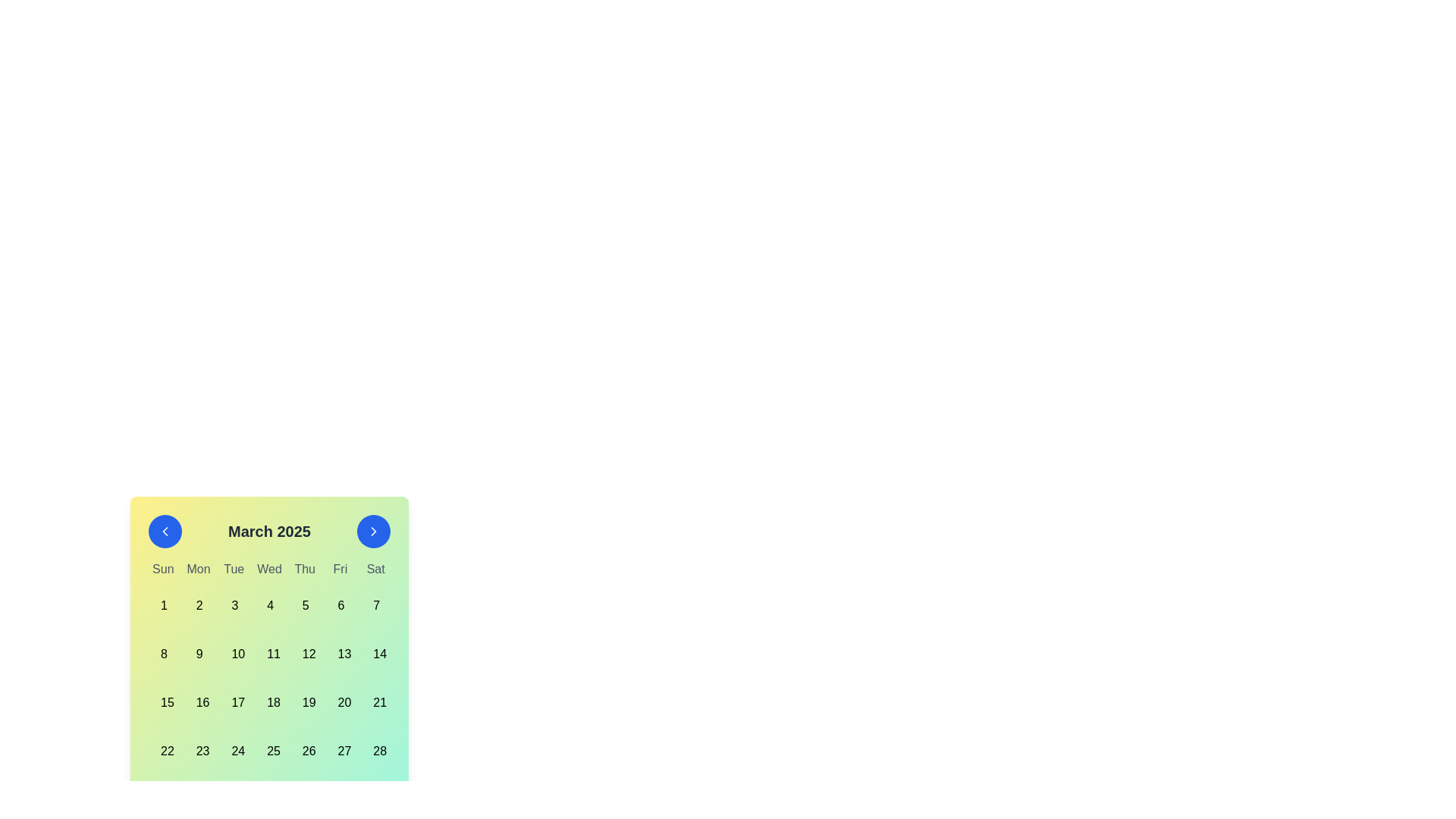  Describe the element at coordinates (233, 604) in the screenshot. I see `the calendar day cell button representing the third day of the month (Tuesday)` at that location.